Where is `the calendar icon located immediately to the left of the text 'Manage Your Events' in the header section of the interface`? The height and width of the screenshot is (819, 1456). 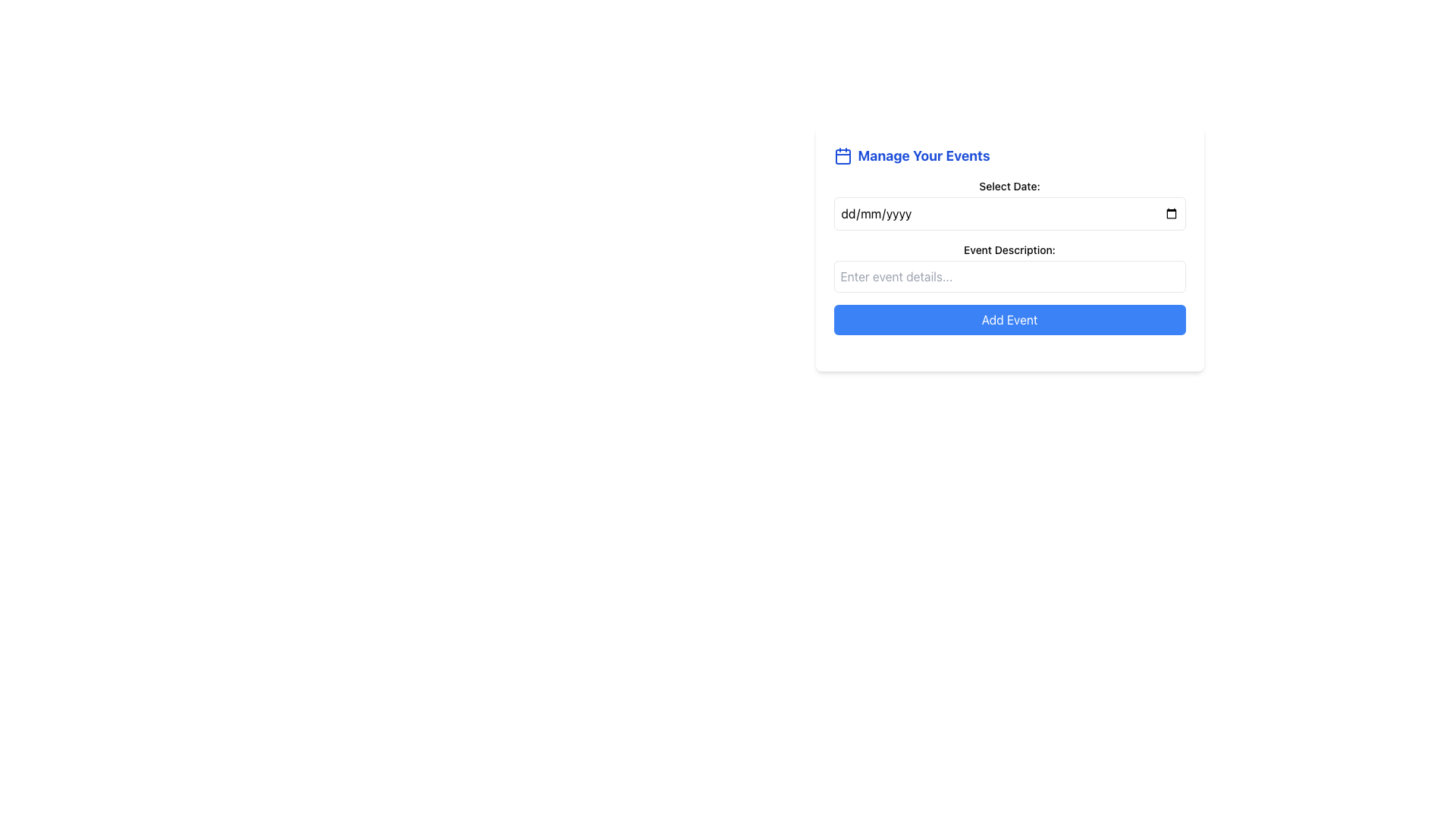 the calendar icon located immediately to the left of the text 'Manage Your Events' in the header section of the interface is located at coordinates (842, 155).